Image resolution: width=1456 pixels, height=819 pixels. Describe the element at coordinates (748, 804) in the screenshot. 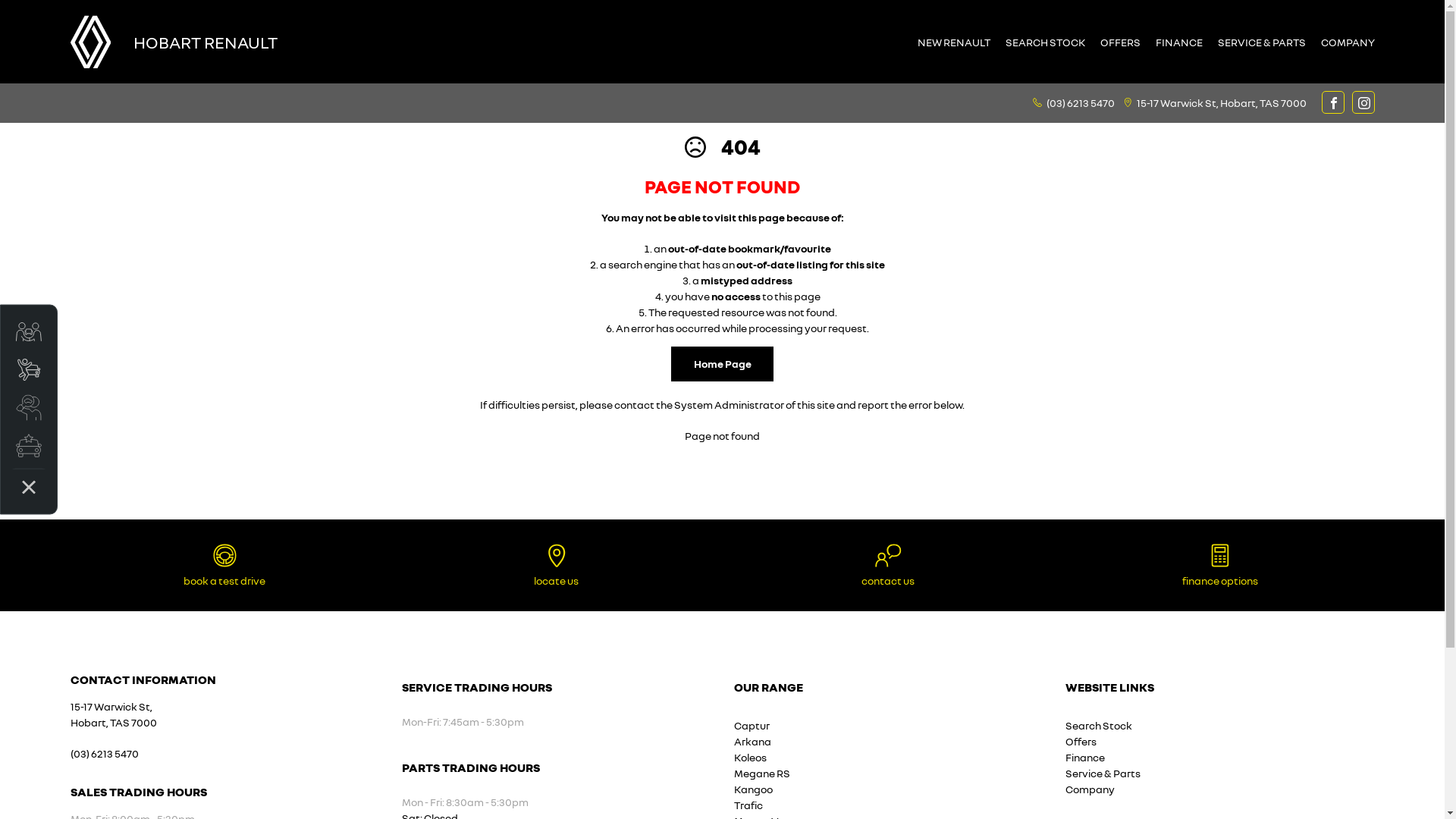

I see `'Trafic'` at that location.